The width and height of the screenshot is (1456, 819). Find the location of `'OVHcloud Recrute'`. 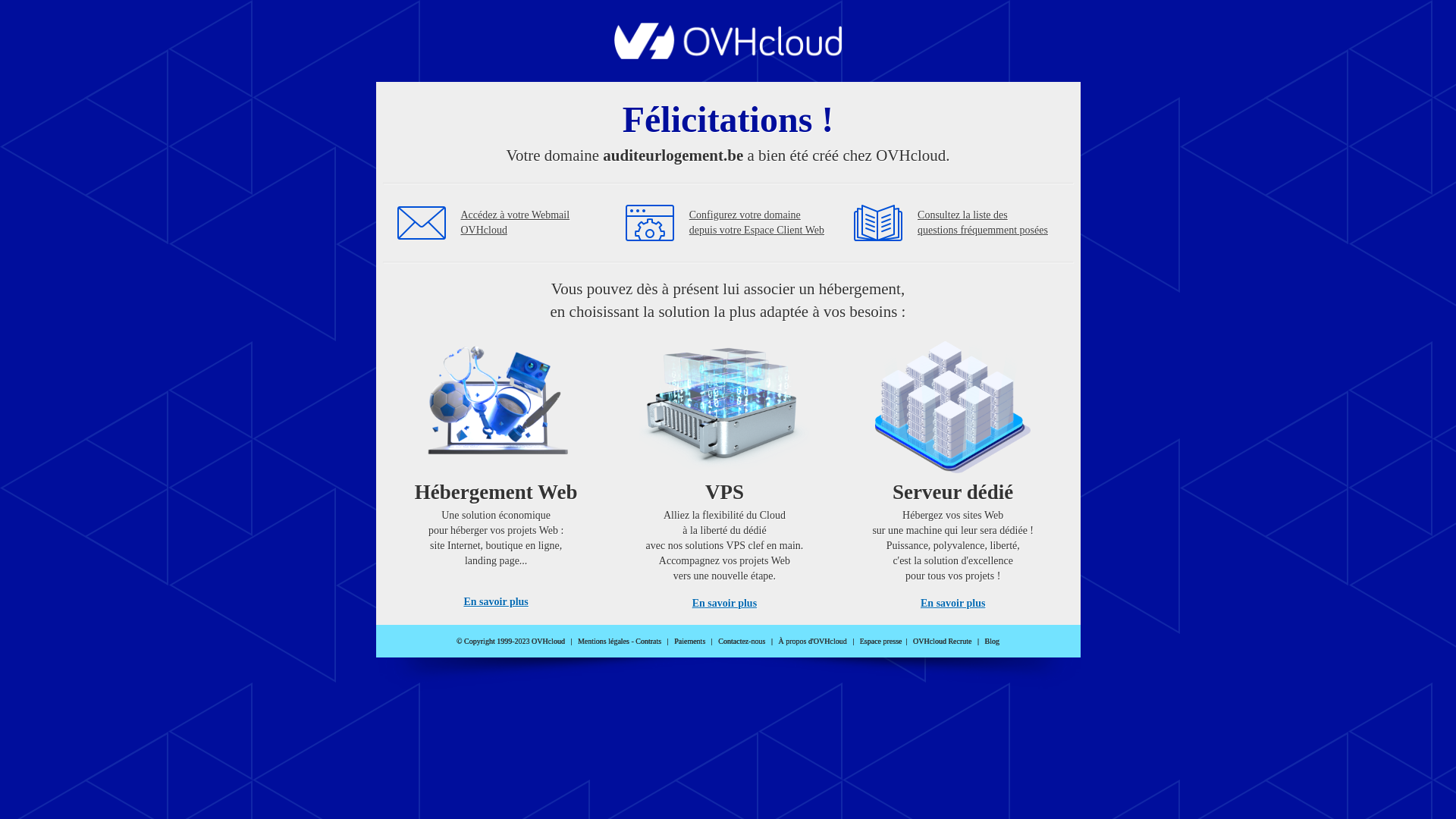

'OVHcloud Recrute' is located at coordinates (912, 641).